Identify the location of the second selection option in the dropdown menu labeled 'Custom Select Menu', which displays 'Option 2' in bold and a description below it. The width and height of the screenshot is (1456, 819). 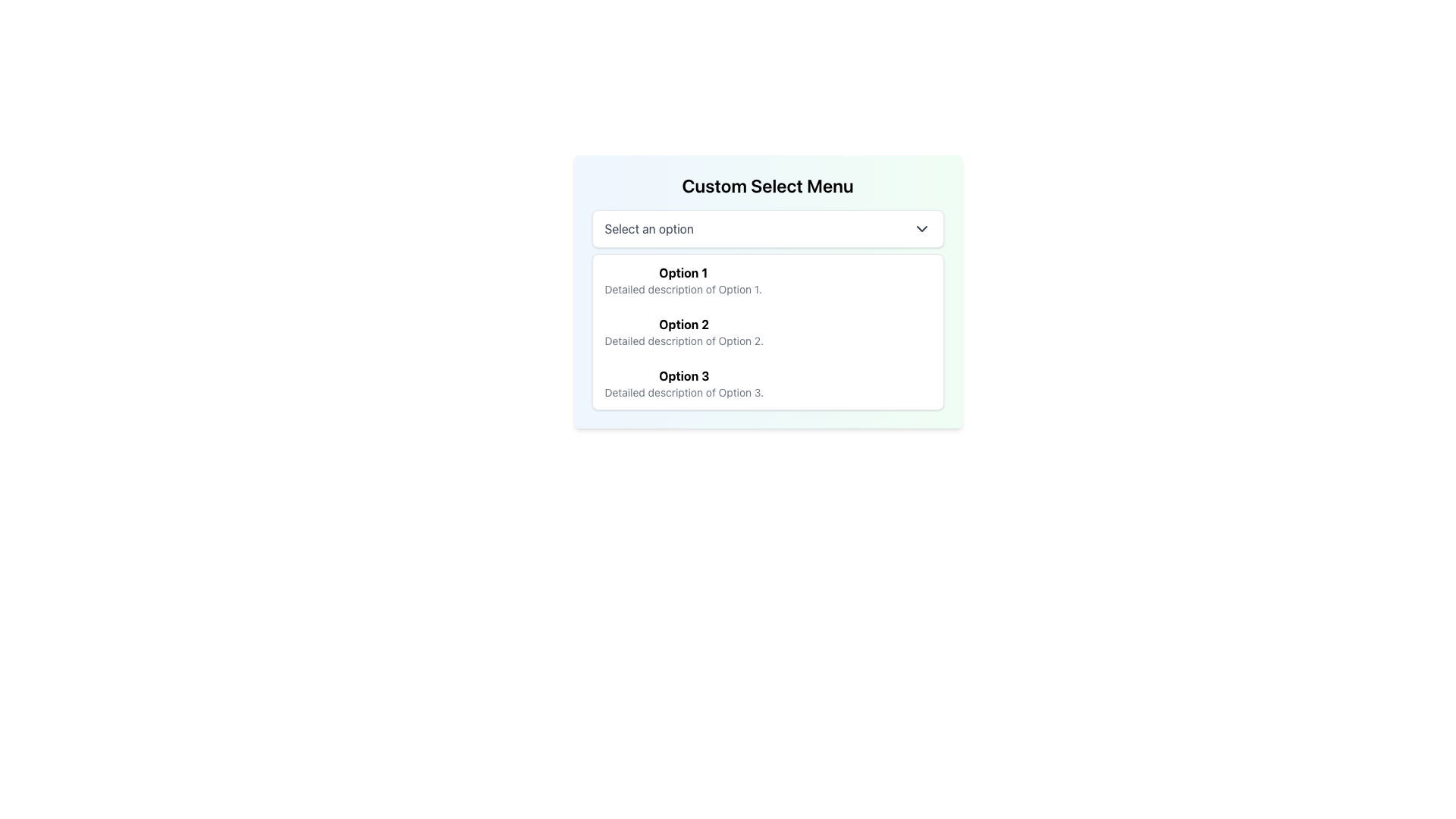
(683, 331).